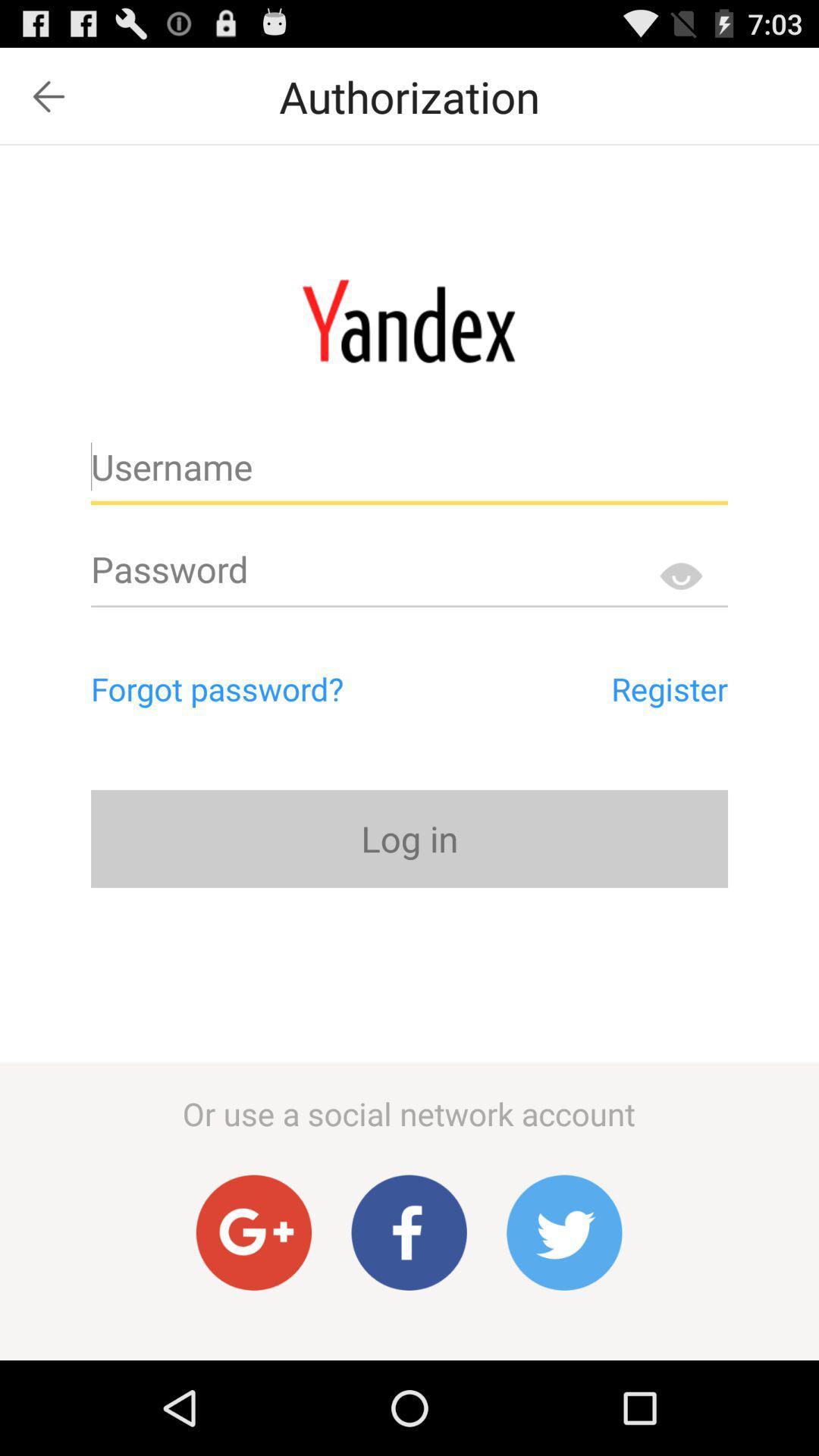 This screenshot has width=819, height=1456. Describe the element at coordinates (48, 102) in the screenshot. I see `the arrow_backward icon` at that location.